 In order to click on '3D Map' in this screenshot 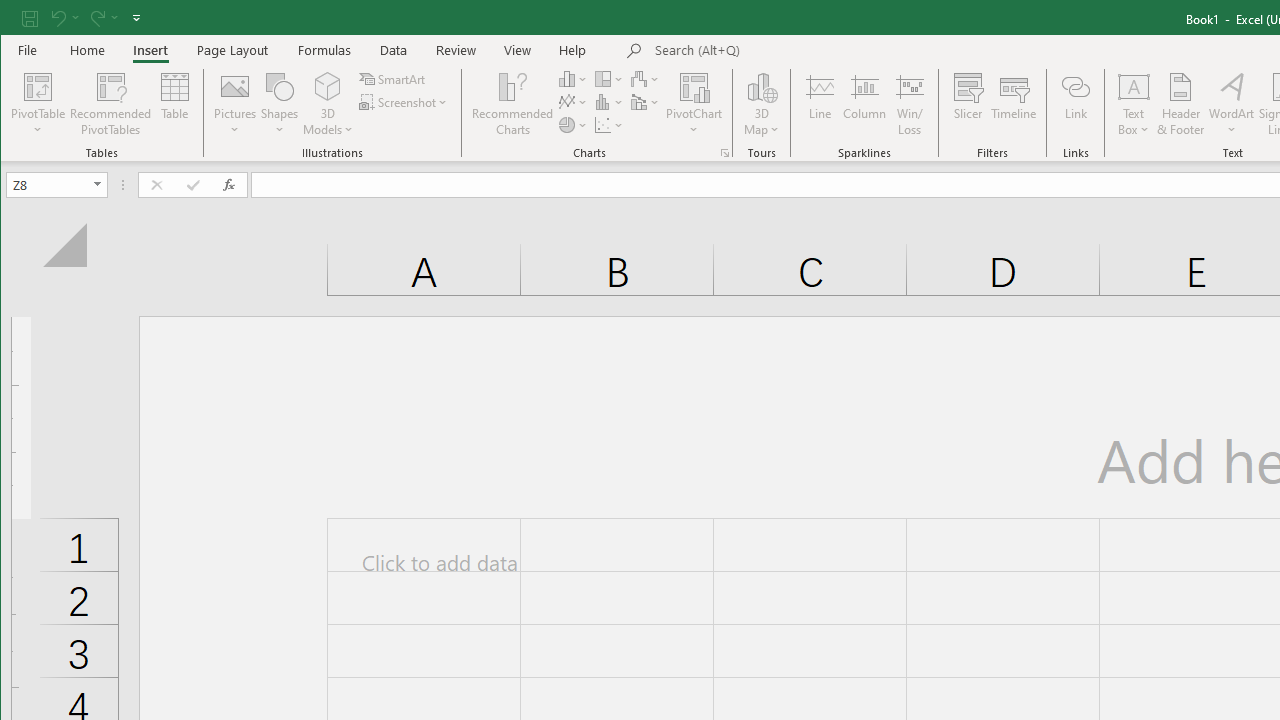, I will do `click(761, 104)`.